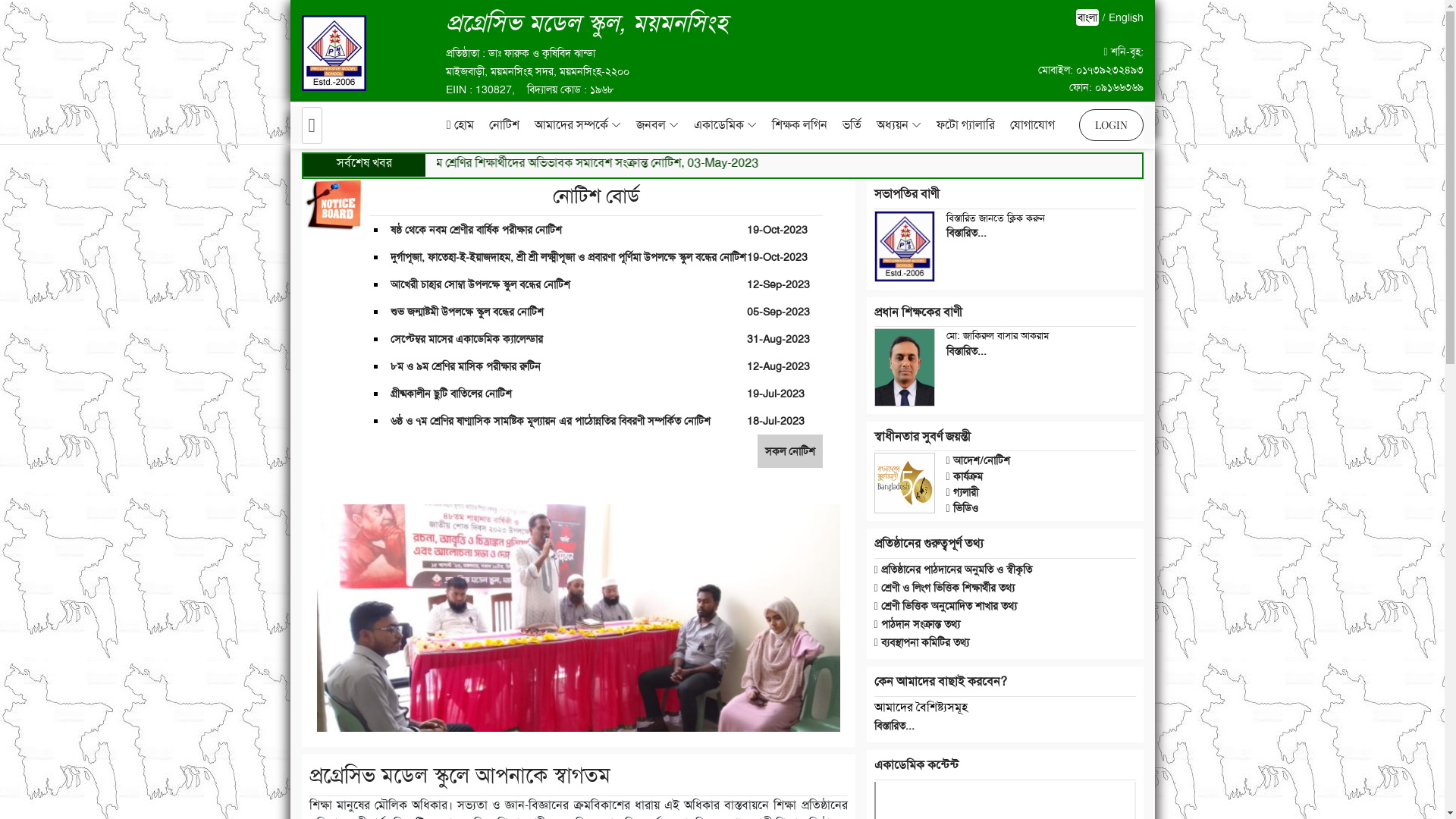  What do you see at coordinates (778, 311) in the screenshot?
I see `'05-Sep-2023'` at bounding box center [778, 311].